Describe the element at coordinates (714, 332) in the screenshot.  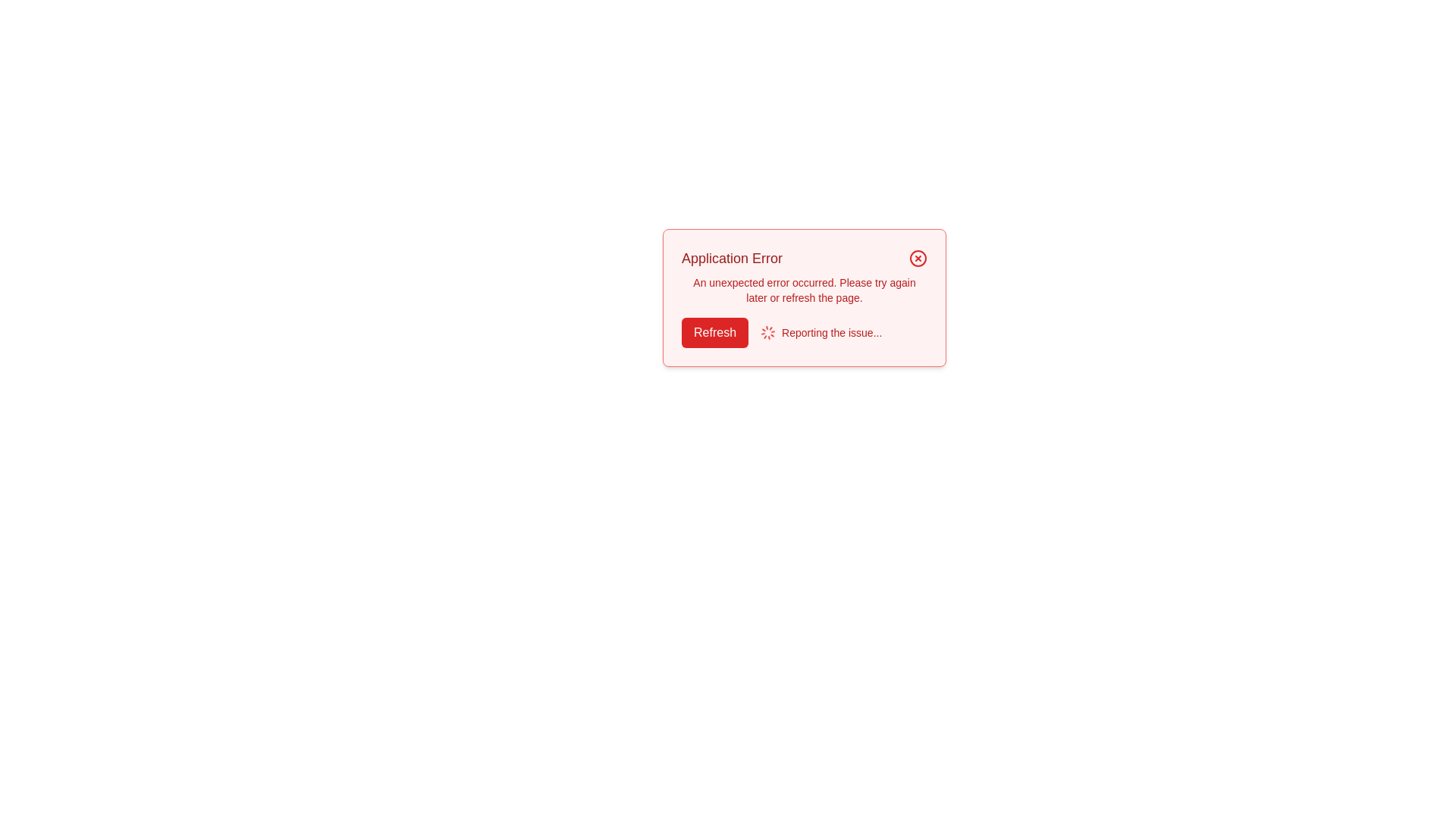
I see `the refresh button located at the bottom left of the 'Application Error' dialog box to observe any interactive feedback` at that location.